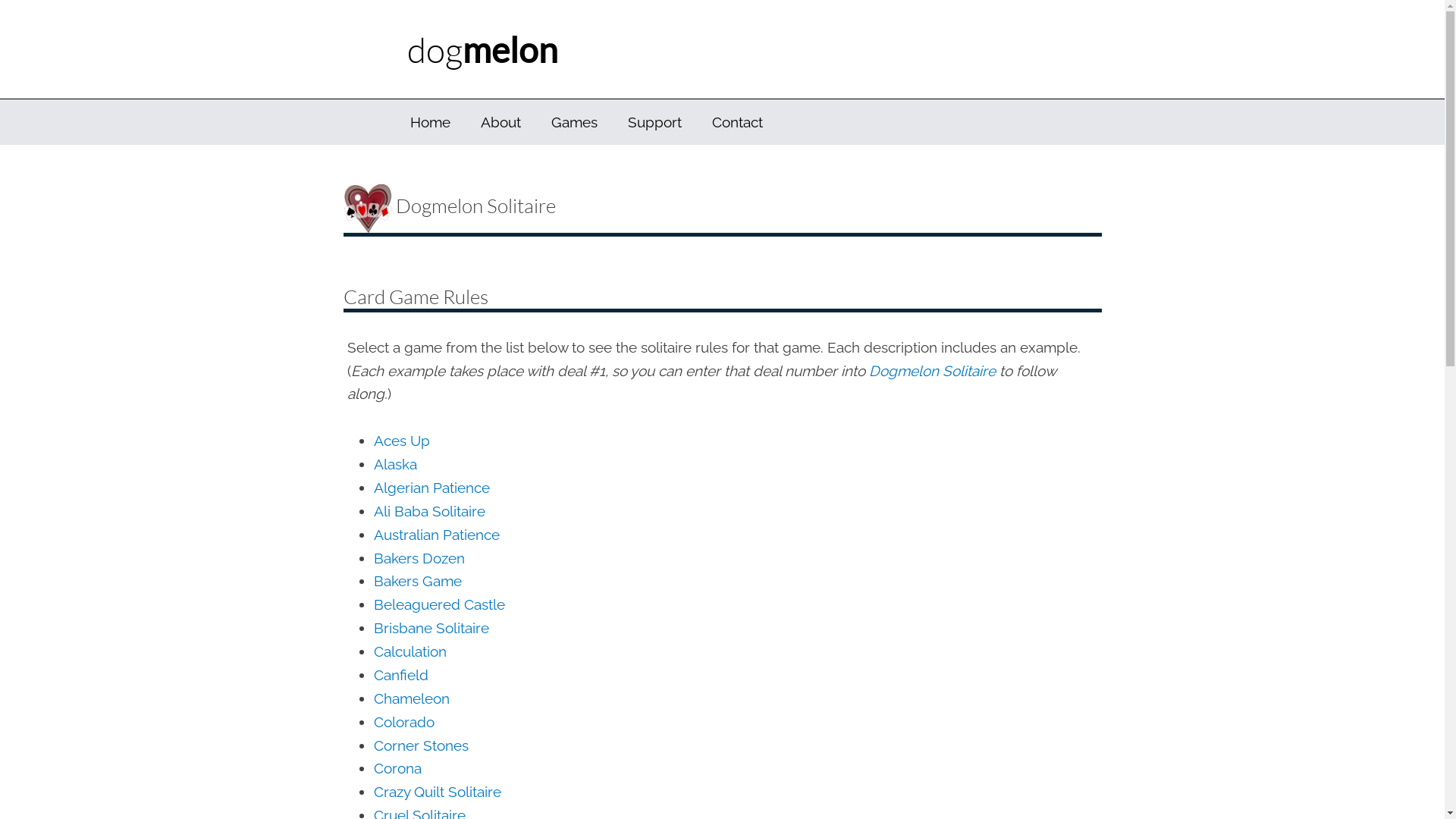 Image resolution: width=1456 pixels, height=819 pixels. What do you see at coordinates (417, 580) in the screenshot?
I see `'Bakers Game'` at bounding box center [417, 580].